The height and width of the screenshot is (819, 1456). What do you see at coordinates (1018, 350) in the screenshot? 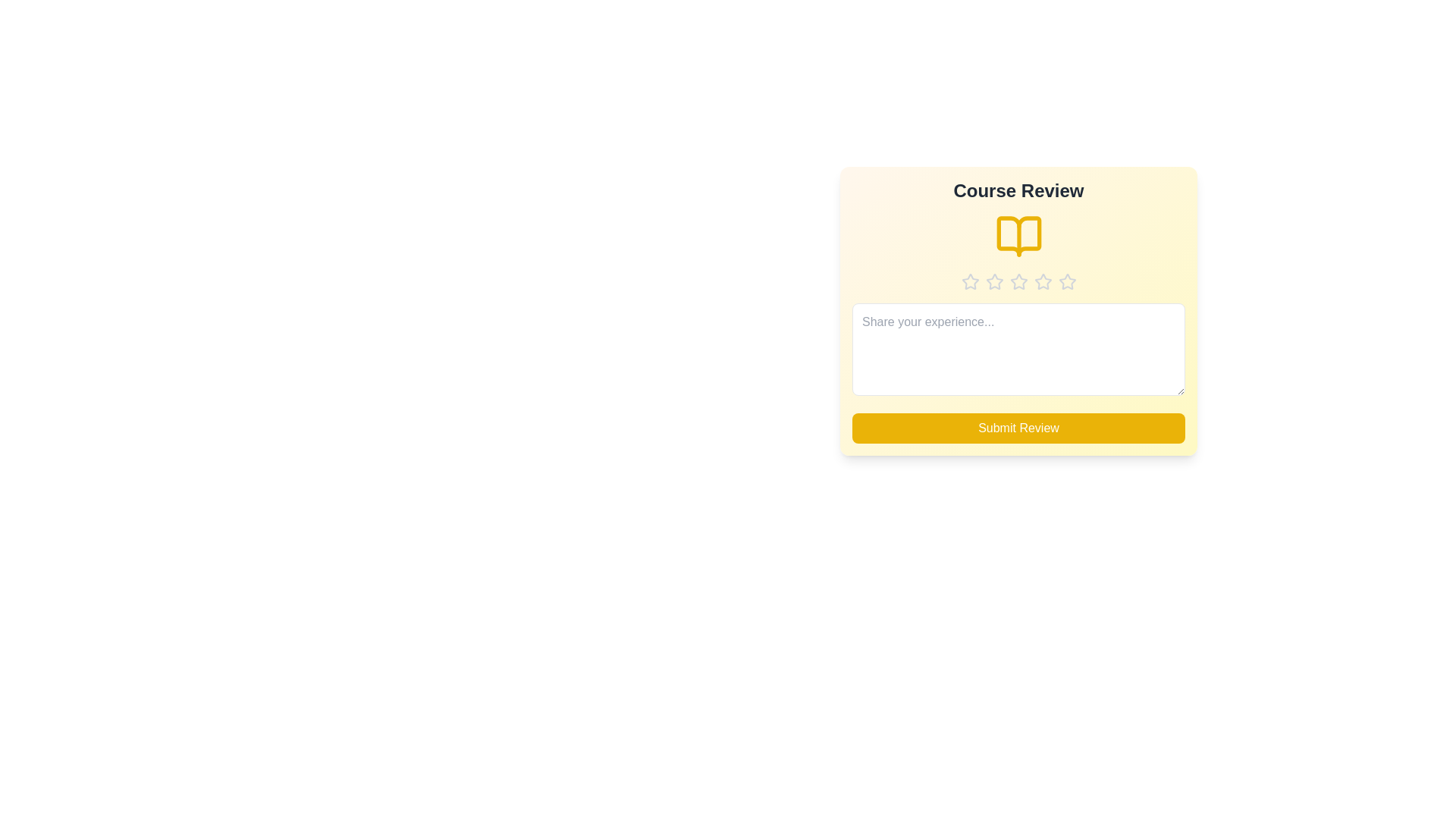
I see `the text area and type the comment 'This is a sample review comment.'` at bounding box center [1018, 350].